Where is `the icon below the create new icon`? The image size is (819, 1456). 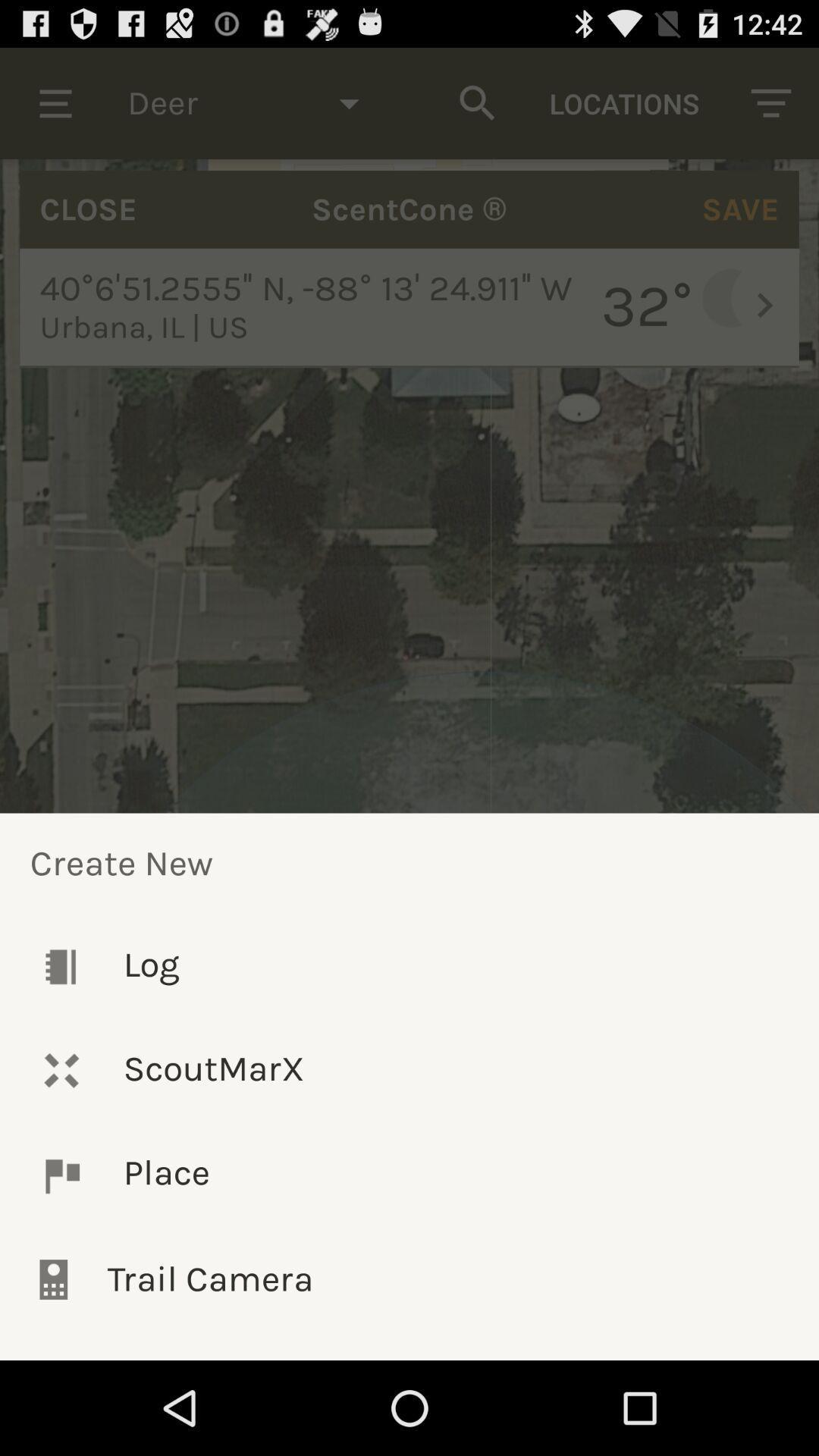
the icon below the create new icon is located at coordinates (409, 965).